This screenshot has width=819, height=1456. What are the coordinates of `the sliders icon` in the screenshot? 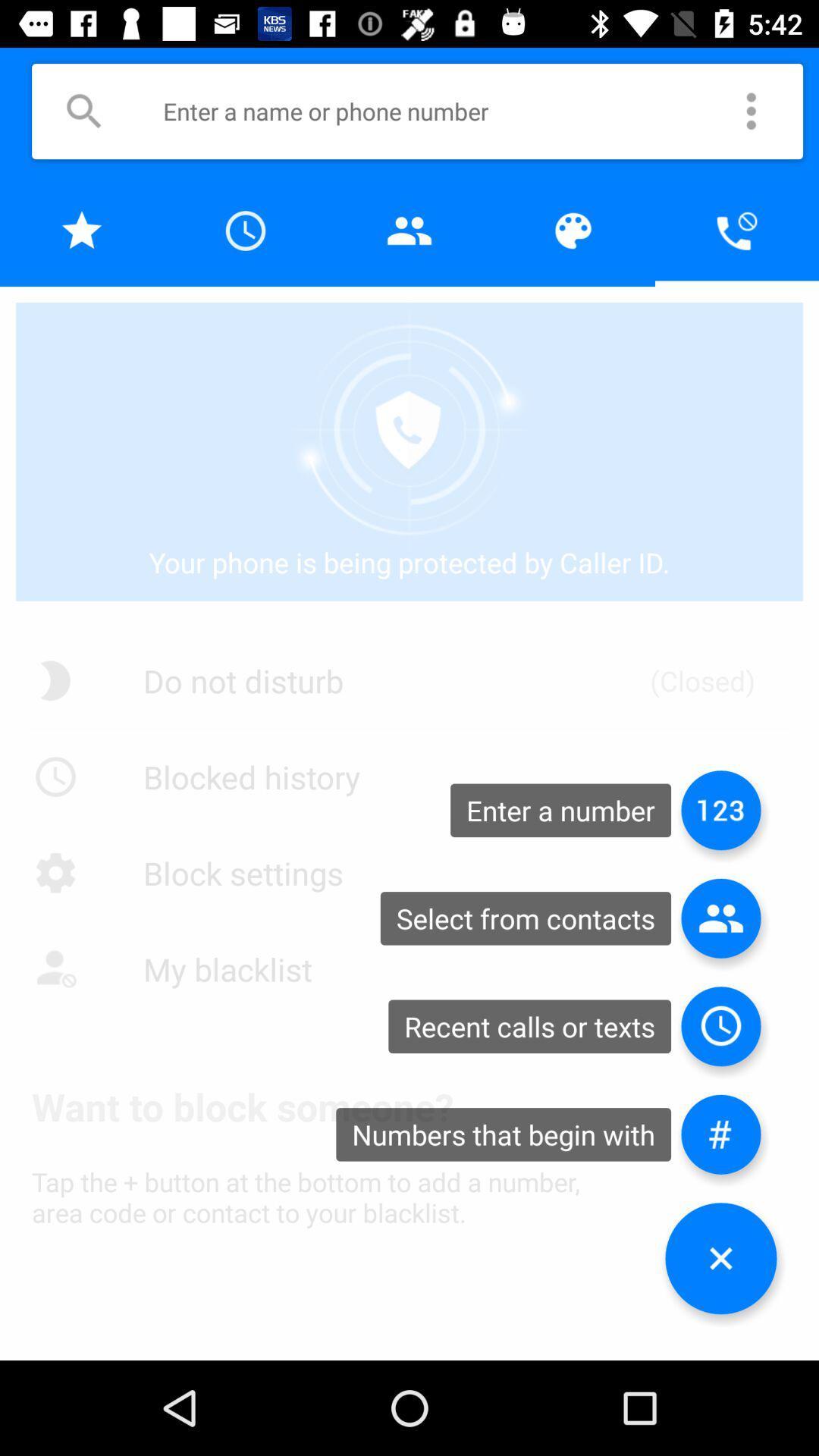 It's located at (720, 1134).